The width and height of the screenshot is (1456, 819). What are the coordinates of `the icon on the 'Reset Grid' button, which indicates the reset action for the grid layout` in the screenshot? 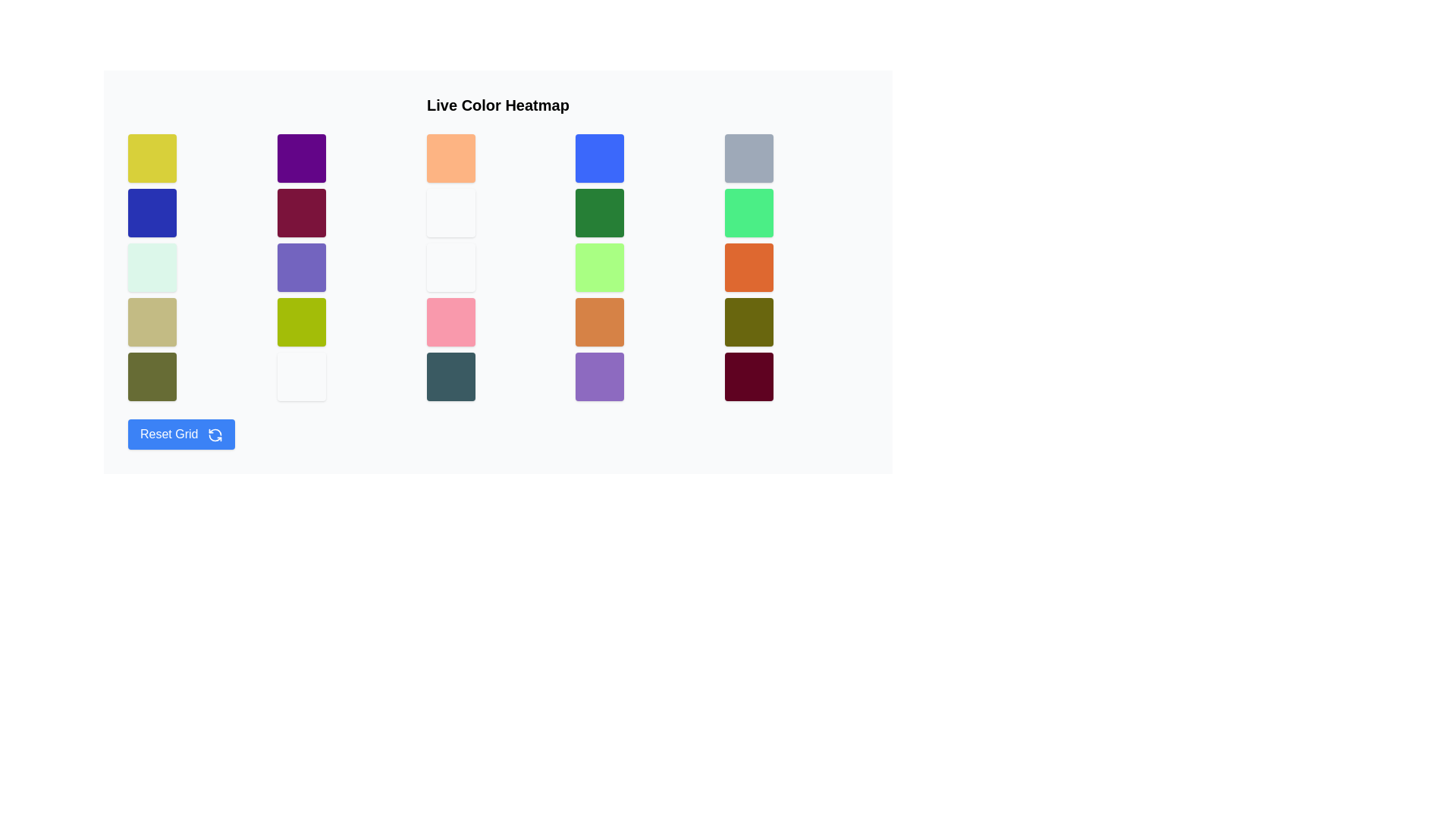 It's located at (214, 435).